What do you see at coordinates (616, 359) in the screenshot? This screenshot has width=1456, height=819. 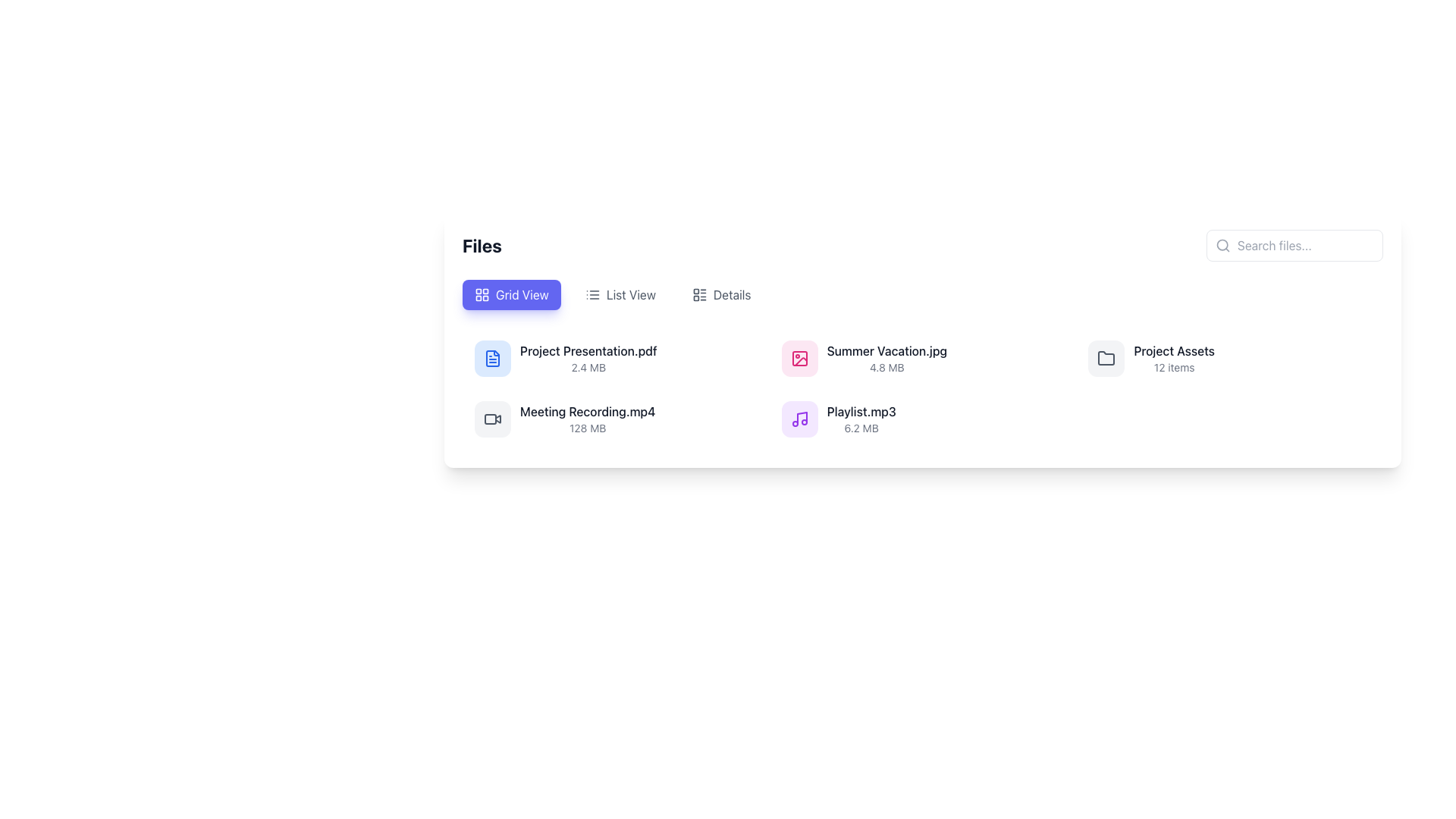 I see `the interactive file card representing 'Project Presentation.pdf', located at the top-left of the grid layout of files` at bounding box center [616, 359].